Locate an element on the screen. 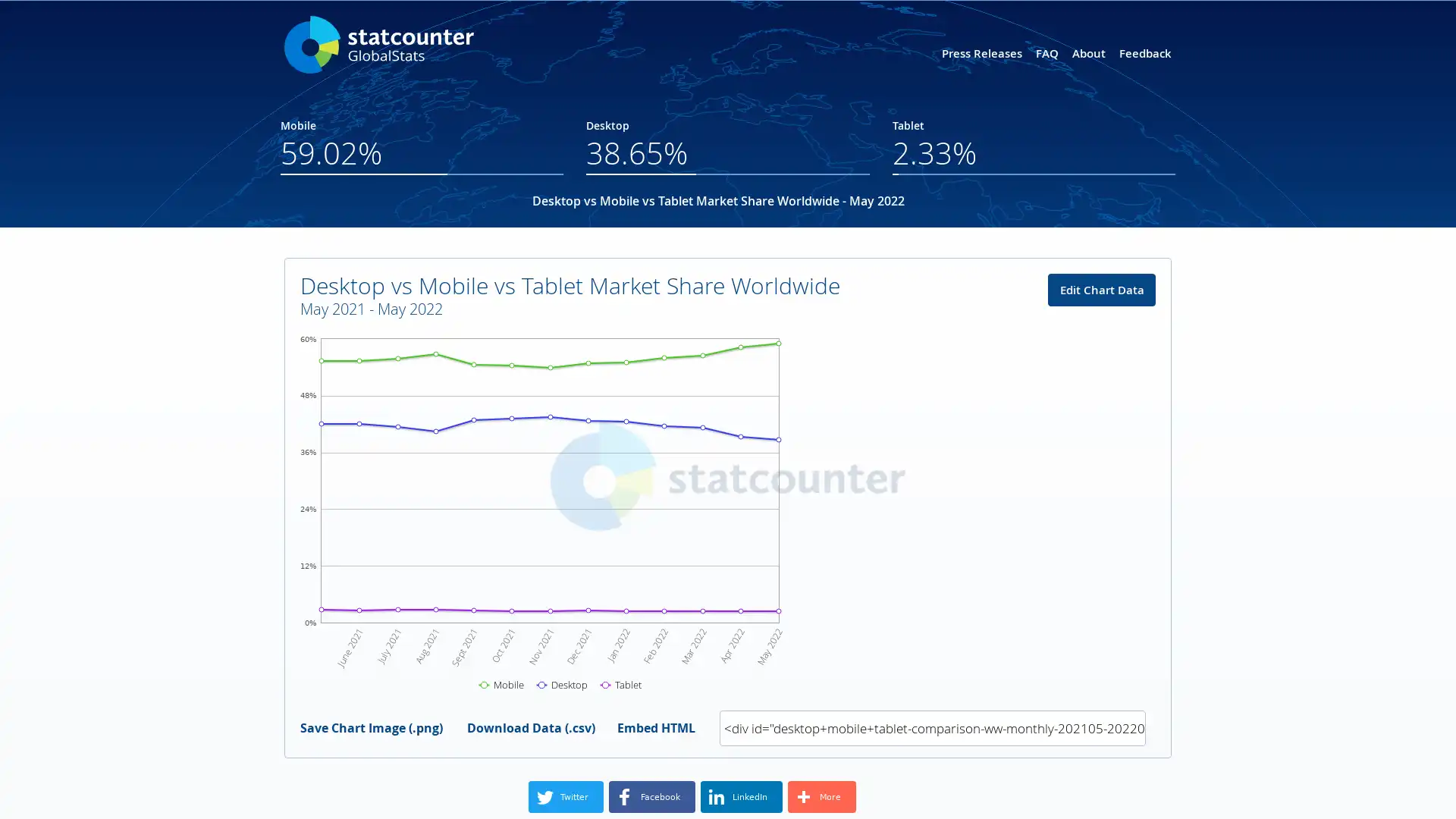 The image size is (1456, 819). Share to Twitter Twitter is located at coordinates (565, 795).